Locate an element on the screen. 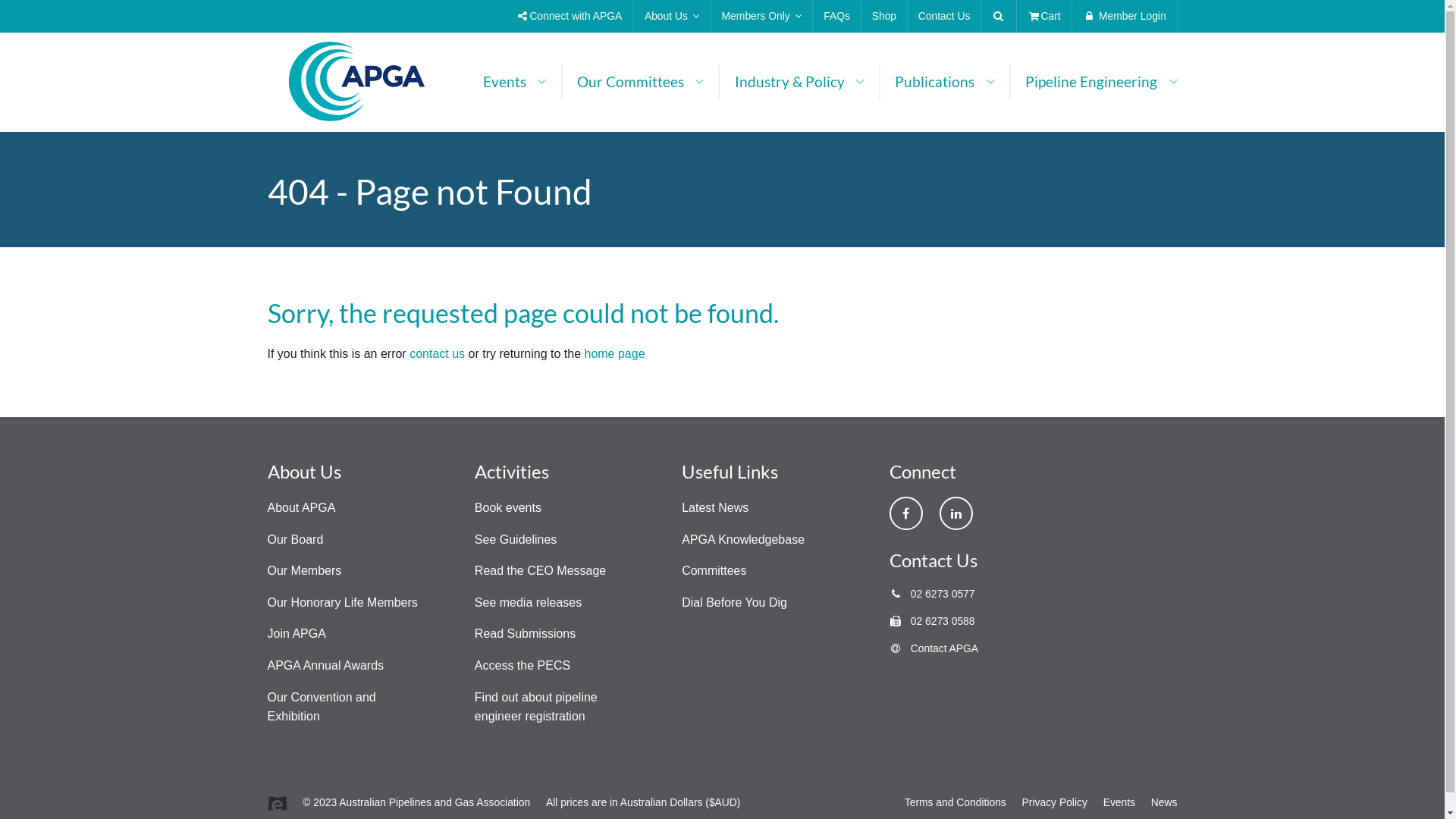 This screenshot has width=1456, height=819. 'Our Members' is located at coordinates (303, 570).